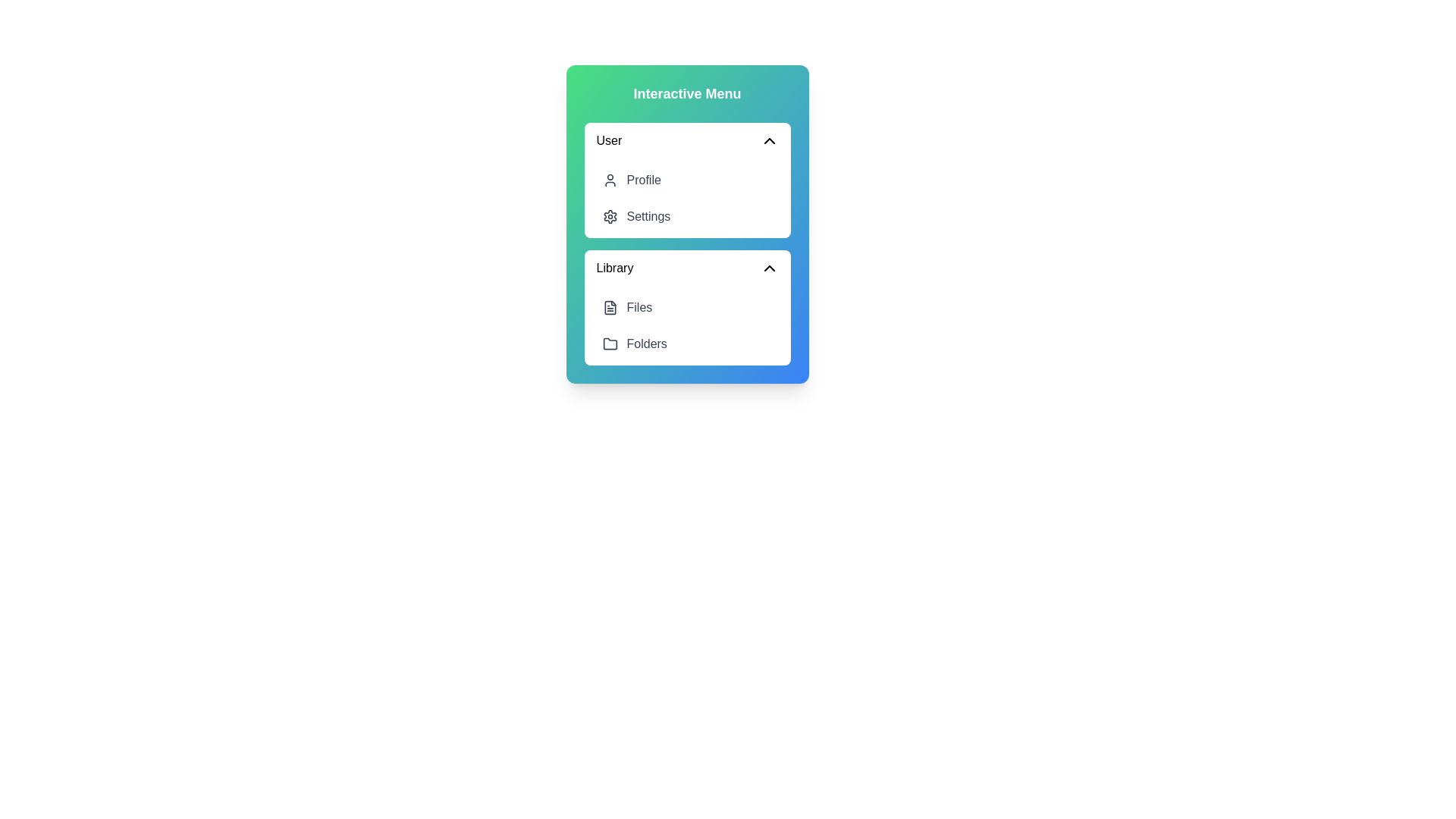  What do you see at coordinates (686, 344) in the screenshot?
I see `the menu item Folders within the NestedDashboardMenu component` at bounding box center [686, 344].